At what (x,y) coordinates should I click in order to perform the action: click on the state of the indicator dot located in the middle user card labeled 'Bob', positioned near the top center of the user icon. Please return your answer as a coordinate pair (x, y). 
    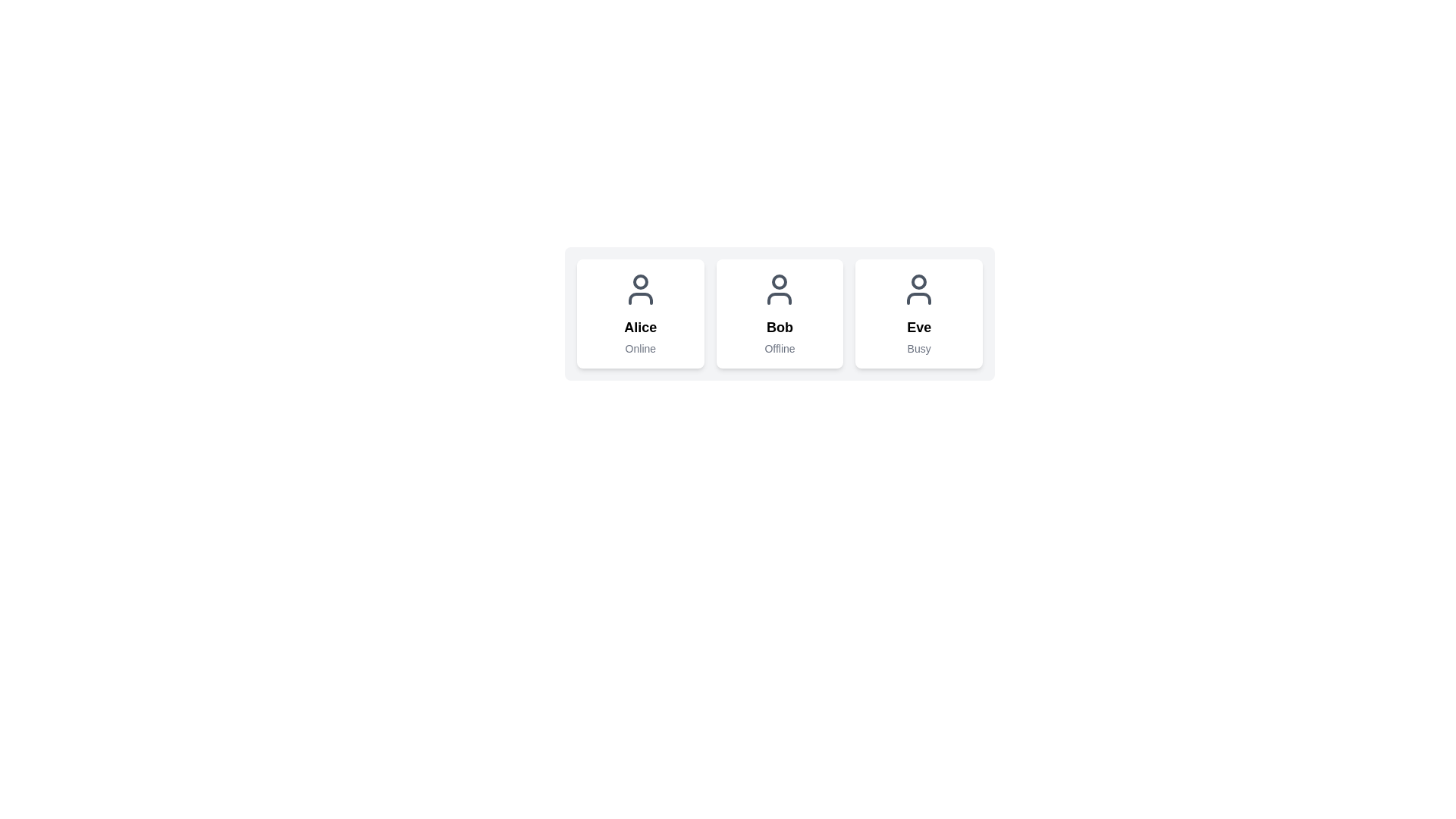
    Looking at the image, I should click on (780, 281).